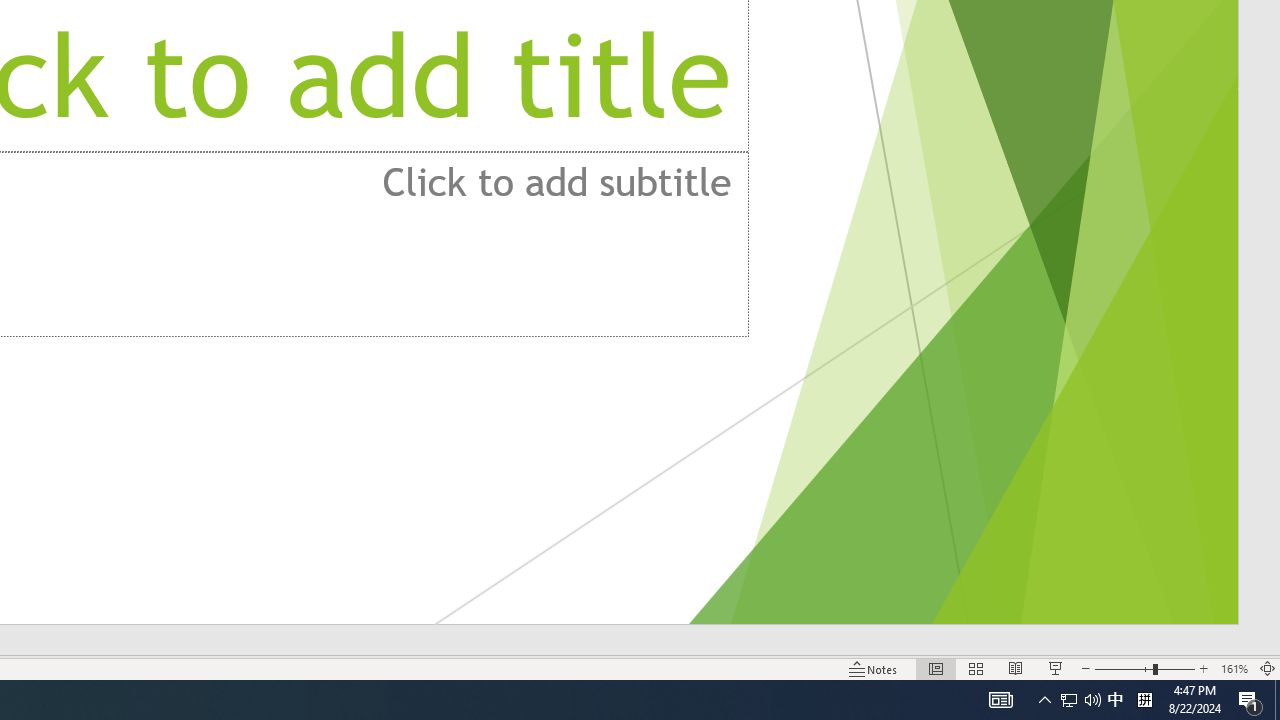 This screenshot has height=720, width=1280. What do you see at coordinates (1144, 669) in the screenshot?
I see `'Zoom'` at bounding box center [1144, 669].